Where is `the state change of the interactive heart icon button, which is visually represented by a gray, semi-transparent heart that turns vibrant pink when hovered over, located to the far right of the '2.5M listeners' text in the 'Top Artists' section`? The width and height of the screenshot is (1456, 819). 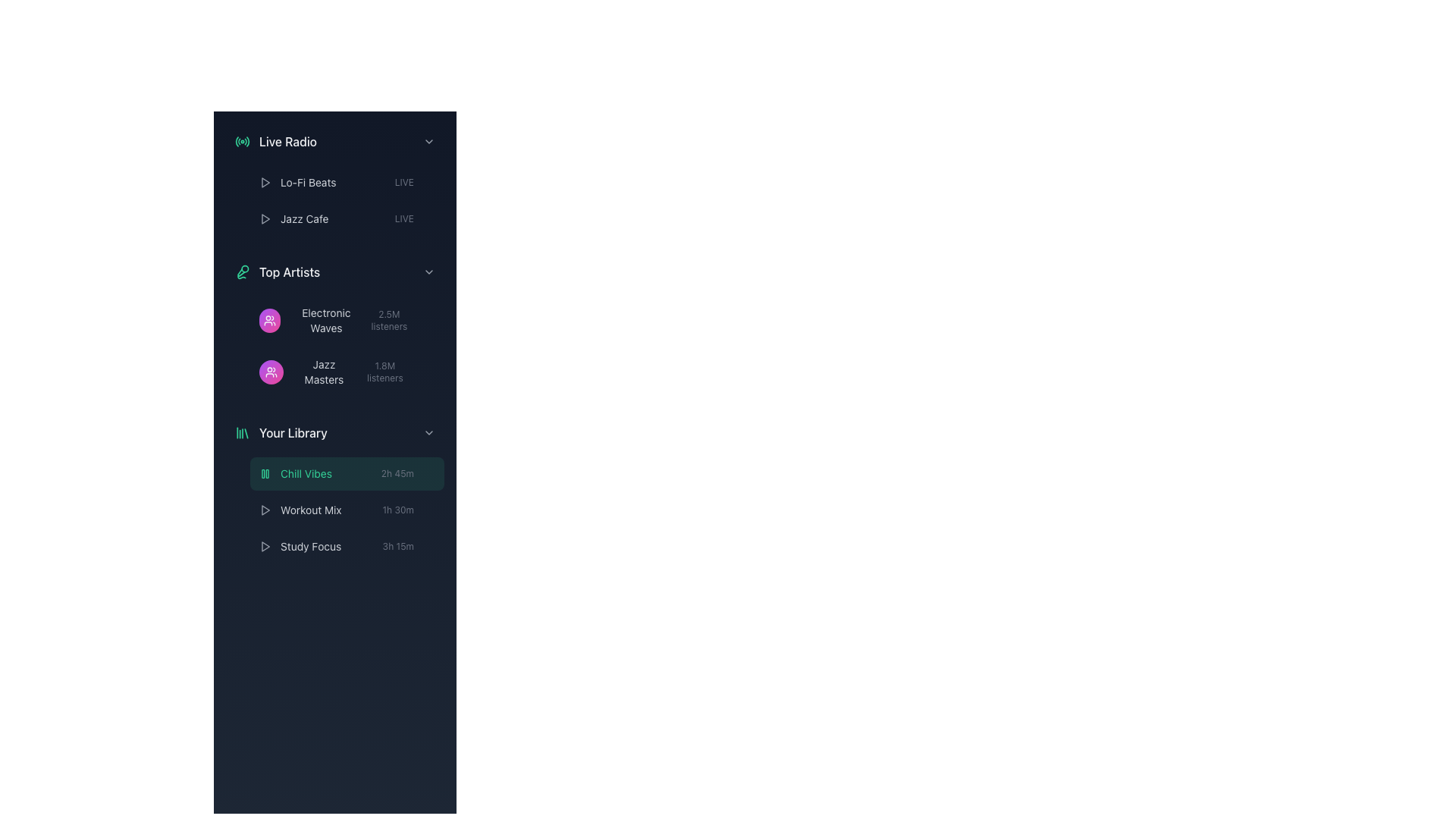 the state change of the interactive heart icon button, which is visually represented by a gray, semi-transparent heart that turns vibrant pink when hovered over, located to the far right of the '2.5M listeners' text in the 'Top Artists' section is located at coordinates (428, 320).